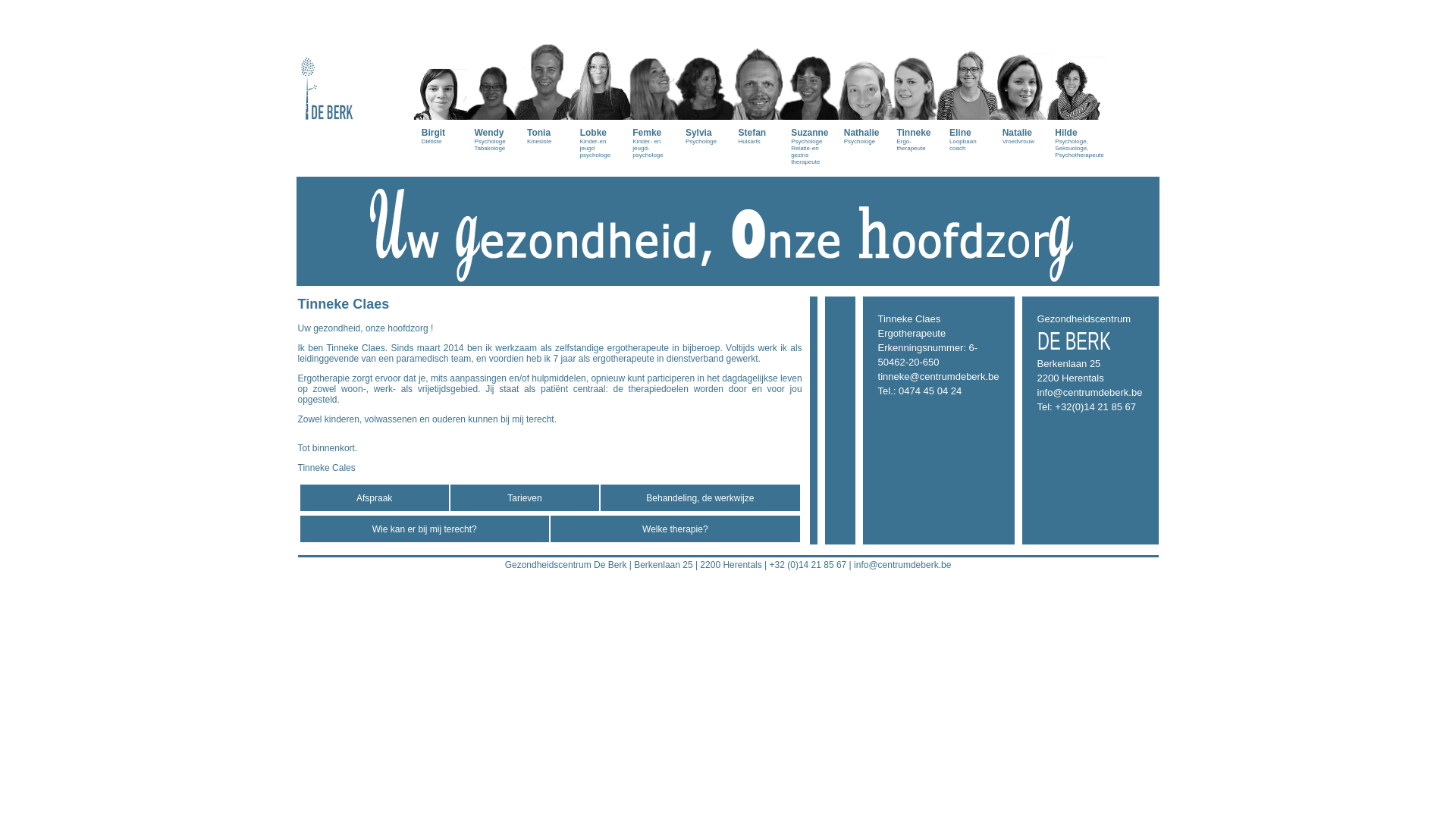  What do you see at coordinates (674, 528) in the screenshot?
I see `'Welke therapie?'` at bounding box center [674, 528].